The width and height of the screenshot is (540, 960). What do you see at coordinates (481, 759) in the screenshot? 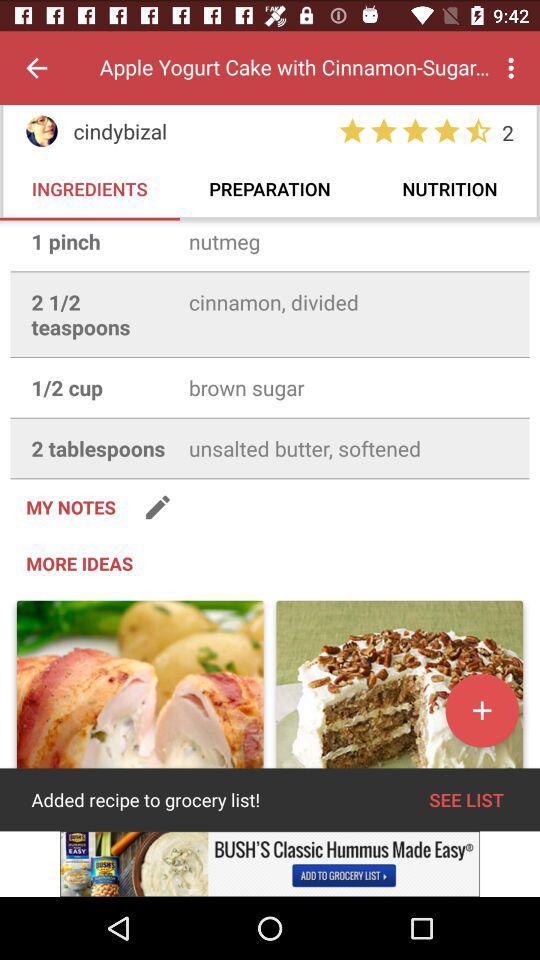
I see `the add icon` at bounding box center [481, 759].